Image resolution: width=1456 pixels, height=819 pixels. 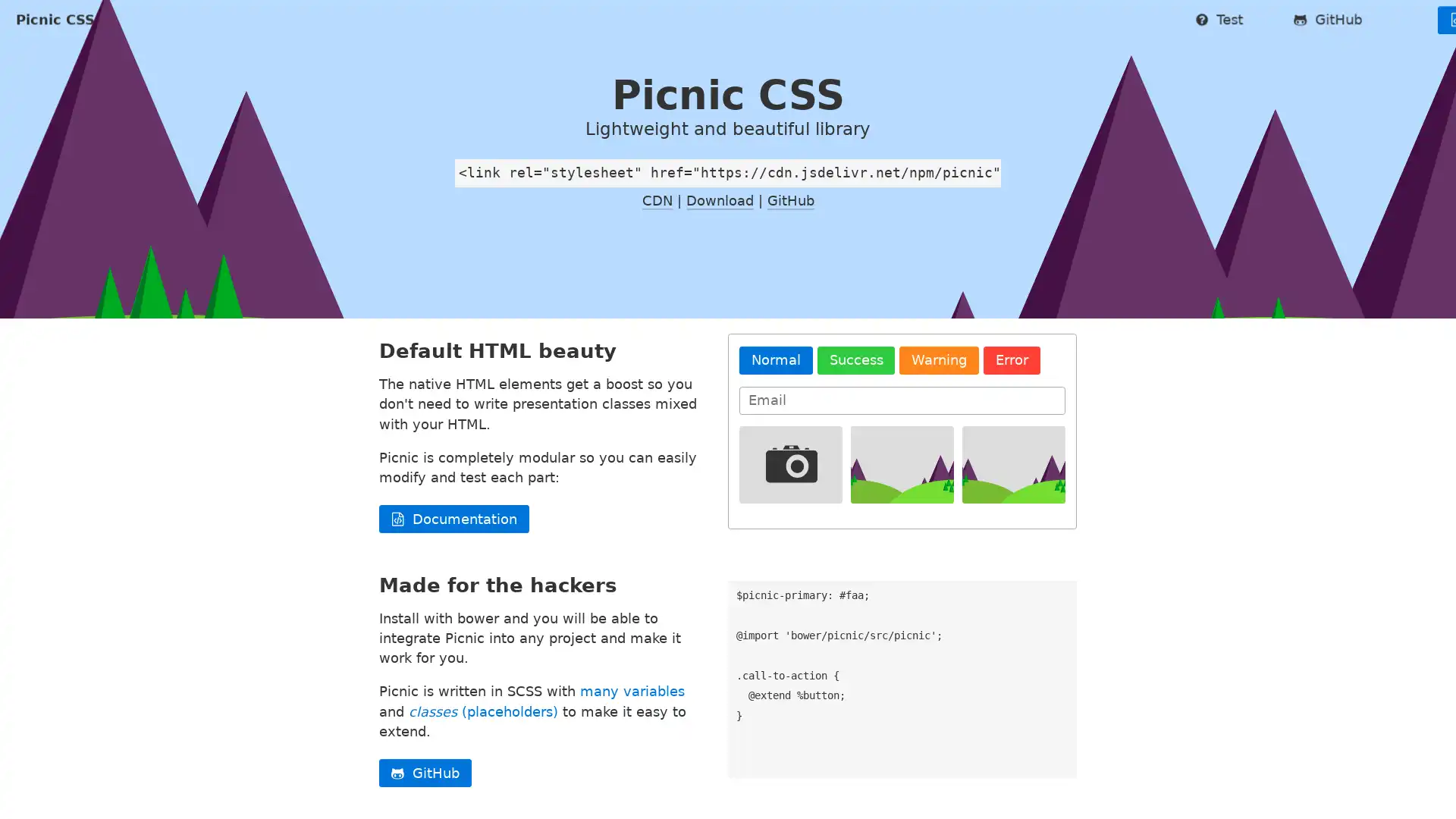 I want to click on Choose File, so click(x=899, y=482).